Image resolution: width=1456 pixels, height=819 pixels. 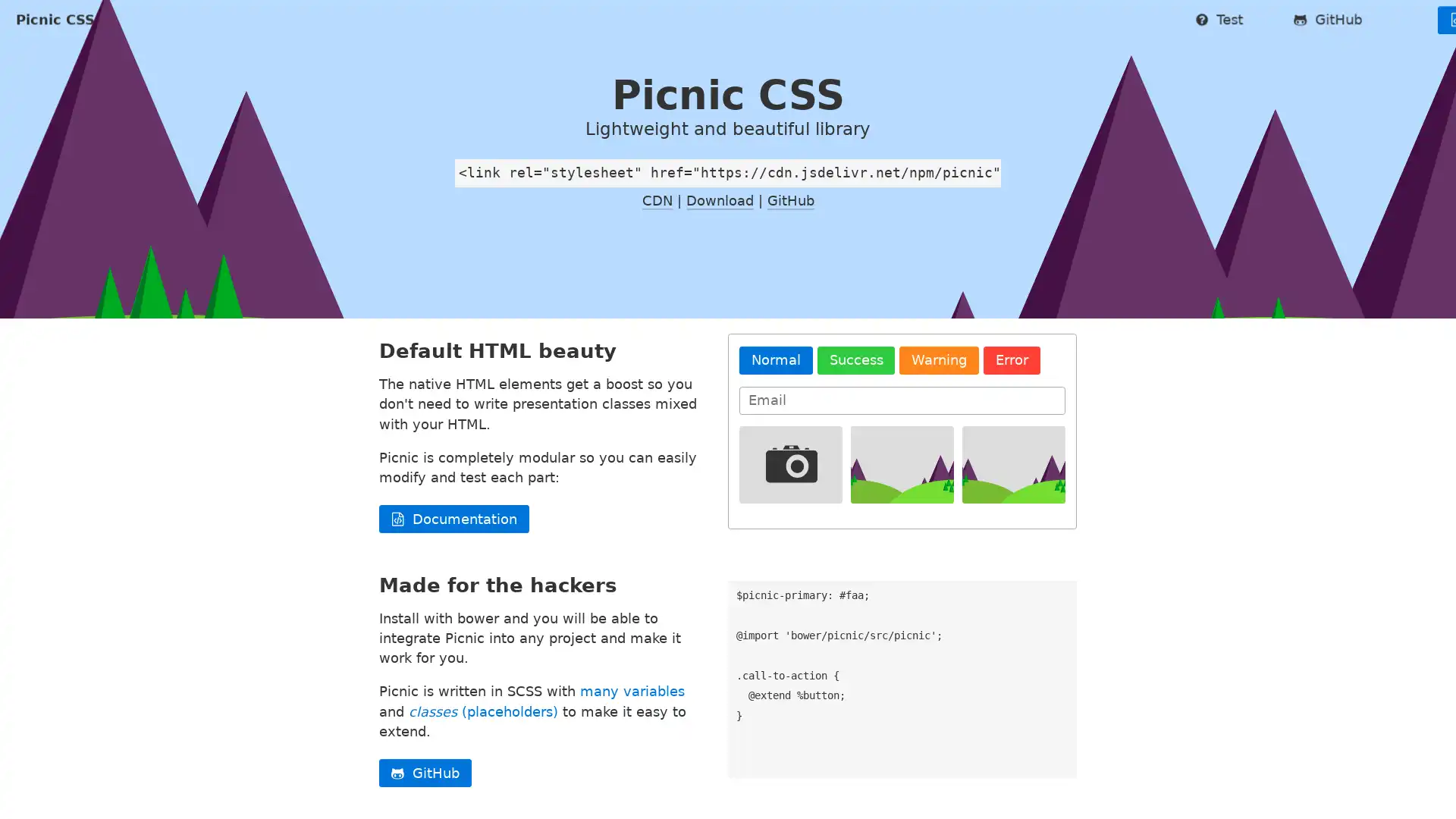 I want to click on Choose File, so click(x=899, y=482).